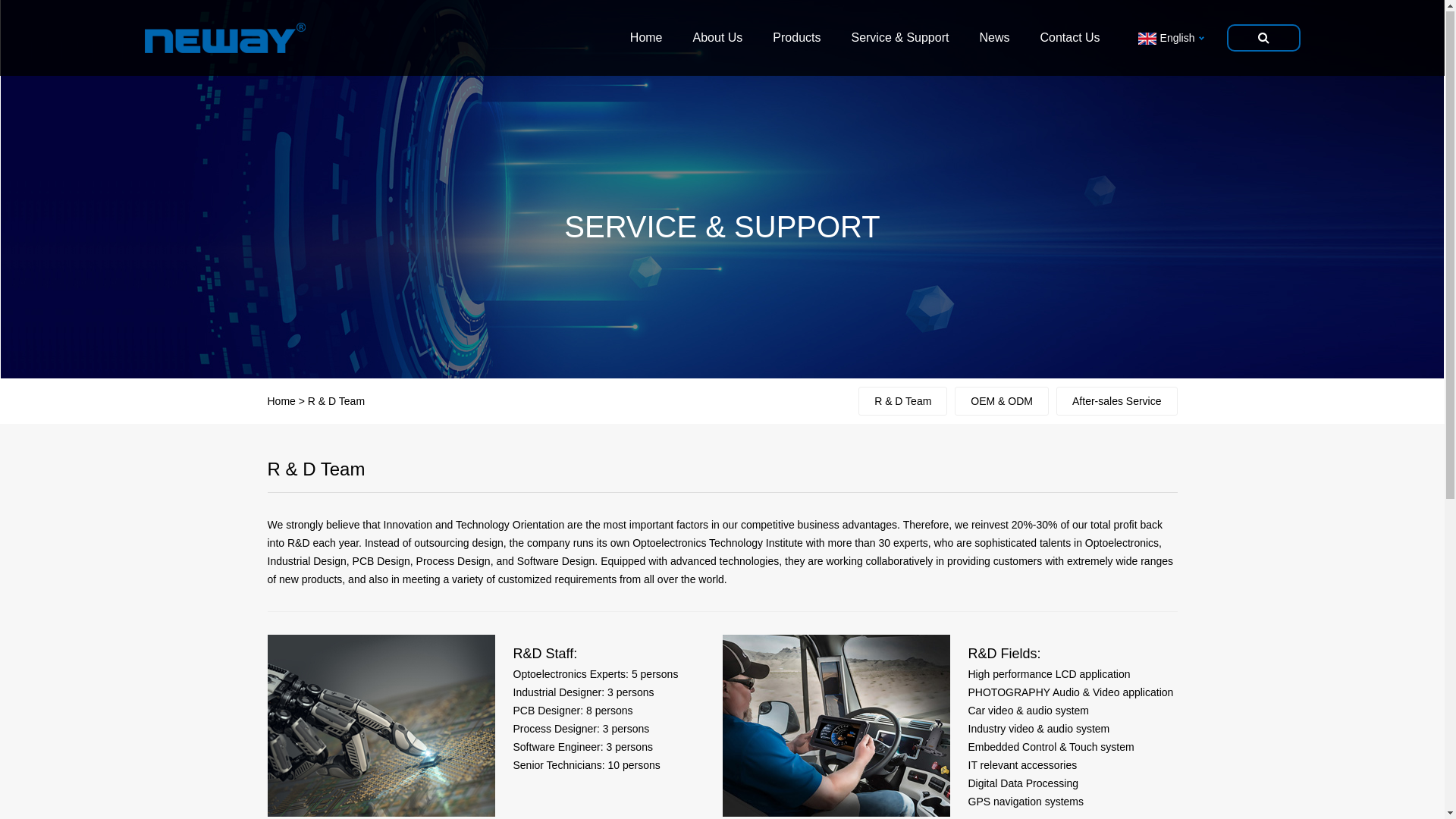  Describe the element at coordinates (646, 37) in the screenshot. I see `'Home'` at that location.